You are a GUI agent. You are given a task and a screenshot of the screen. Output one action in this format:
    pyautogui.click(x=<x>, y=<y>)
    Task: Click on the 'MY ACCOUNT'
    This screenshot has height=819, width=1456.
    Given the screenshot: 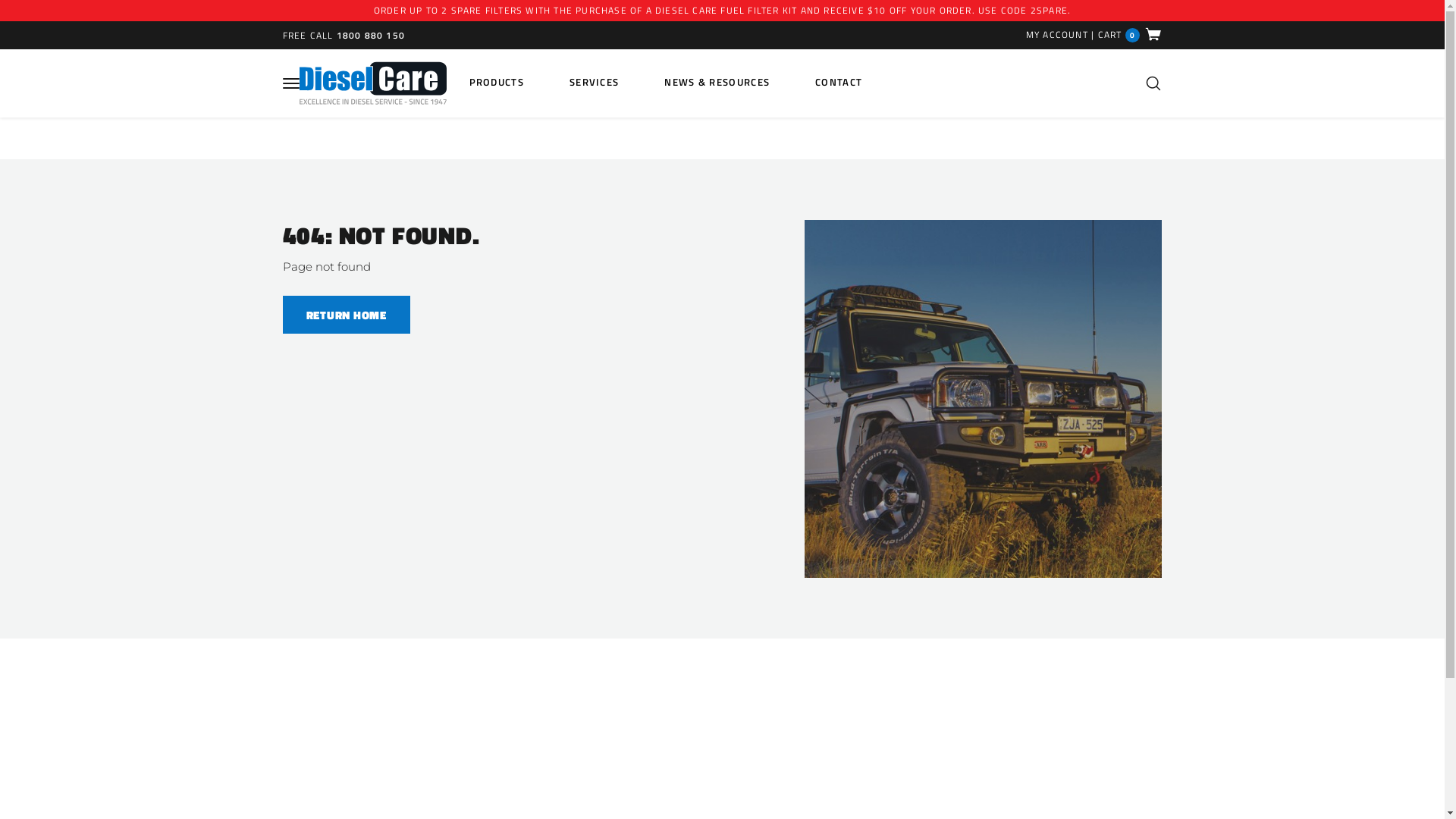 What is the action you would take?
    pyautogui.click(x=1026, y=34)
    